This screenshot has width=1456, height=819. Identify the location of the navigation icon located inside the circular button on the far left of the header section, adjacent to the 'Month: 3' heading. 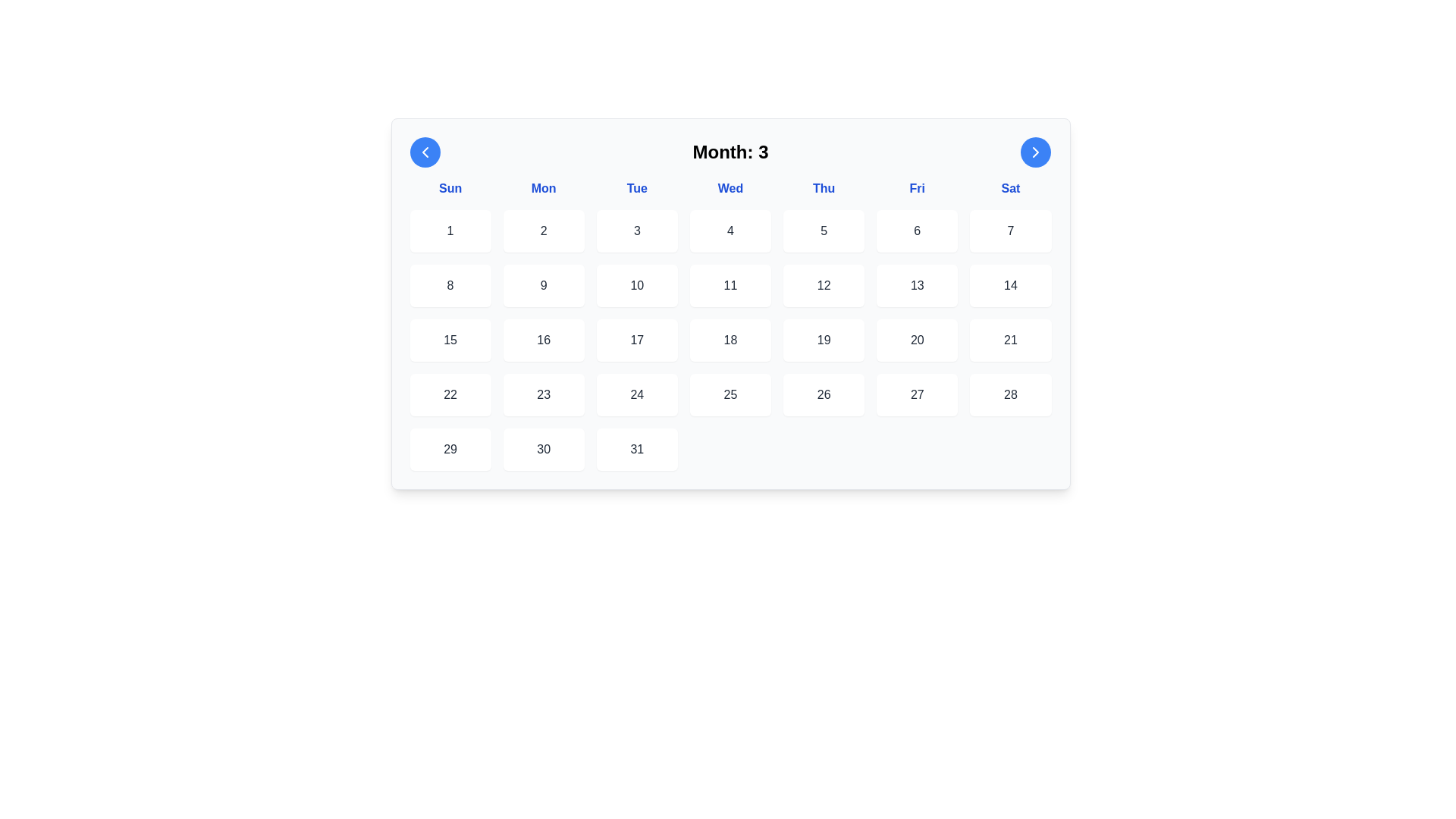
(425, 152).